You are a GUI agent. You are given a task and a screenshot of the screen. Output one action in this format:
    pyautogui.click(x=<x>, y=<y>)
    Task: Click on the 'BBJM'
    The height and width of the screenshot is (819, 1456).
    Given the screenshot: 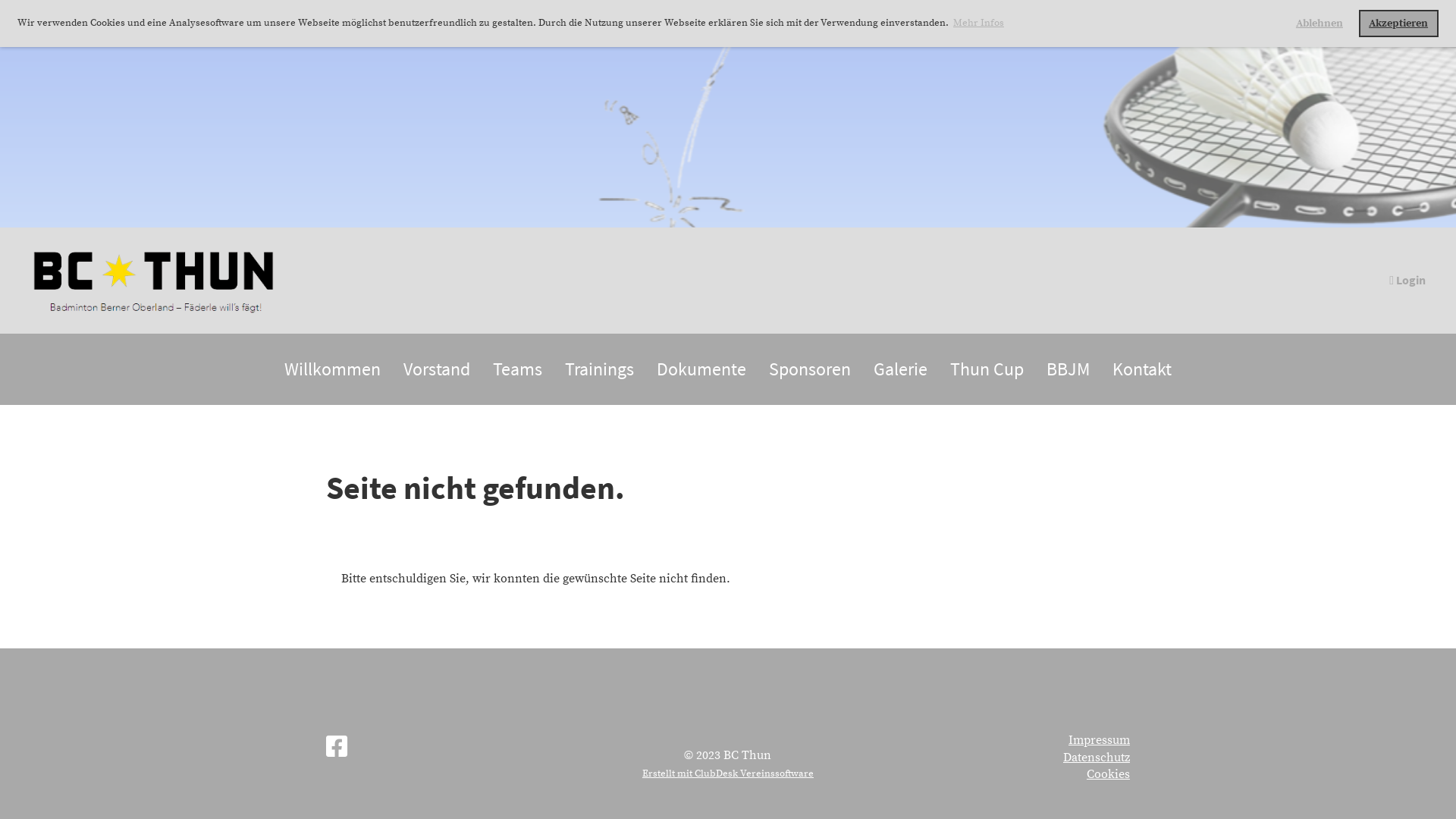 What is the action you would take?
    pyautogui.click(x=1067, y=369)
    